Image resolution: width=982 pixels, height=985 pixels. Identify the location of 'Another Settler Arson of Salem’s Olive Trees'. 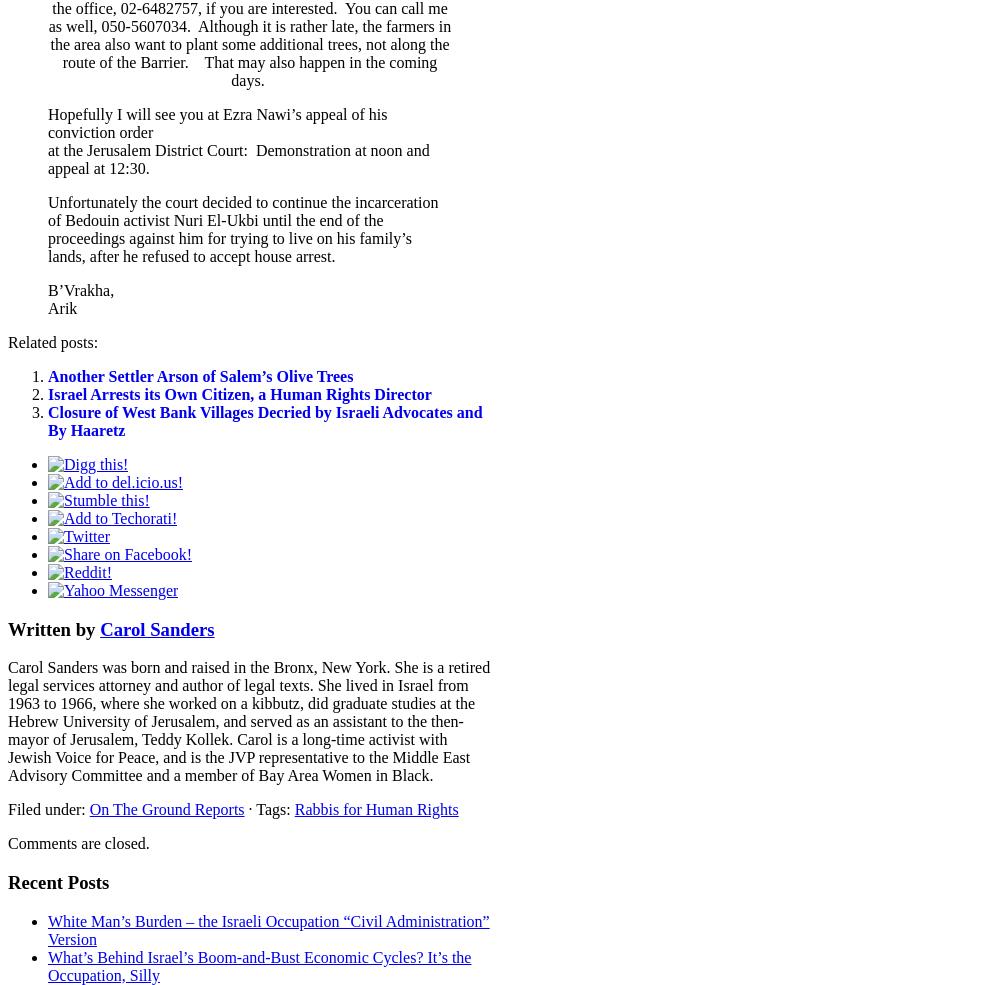
(47, 375).